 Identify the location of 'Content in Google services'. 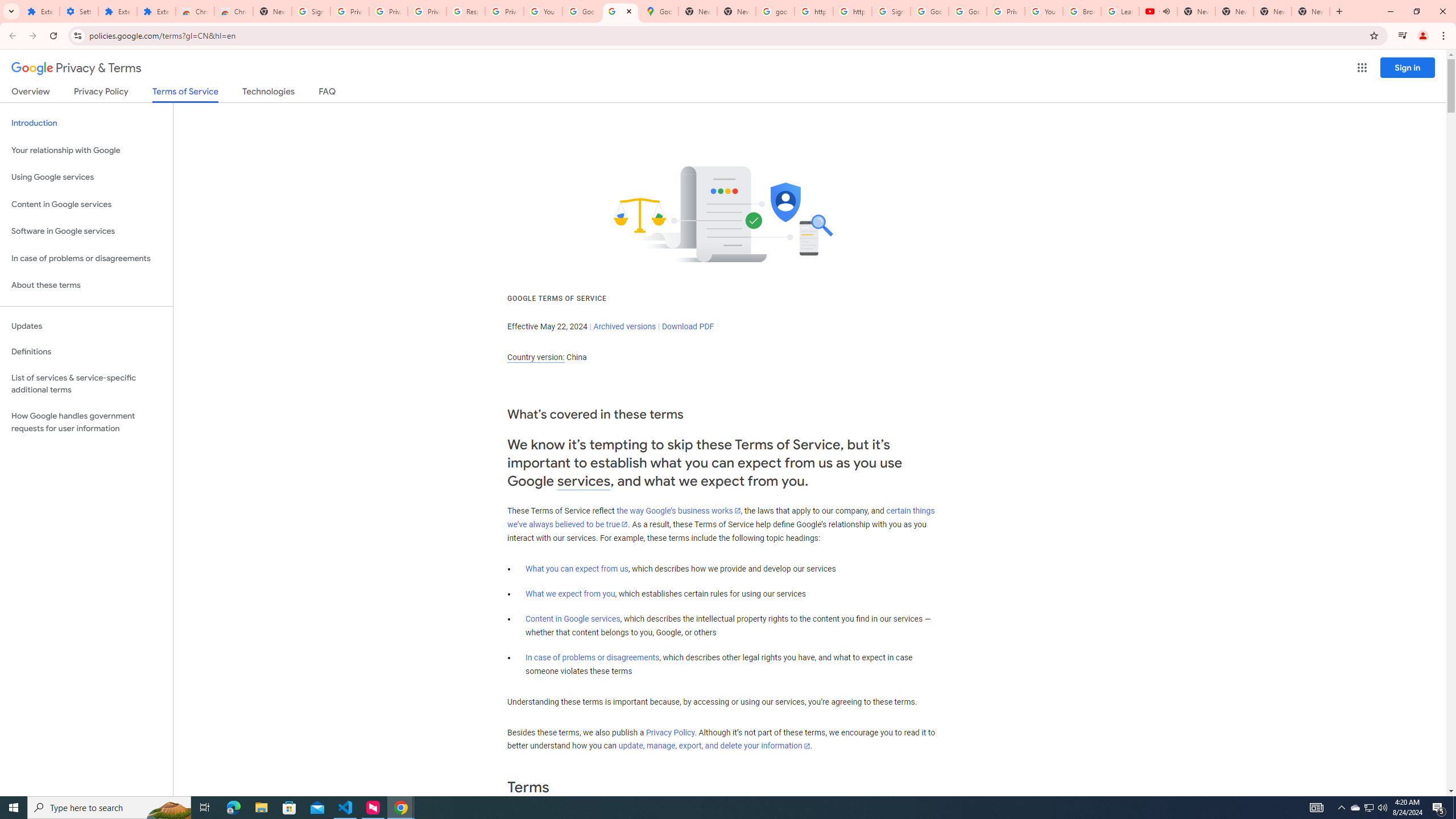
(572, 618).